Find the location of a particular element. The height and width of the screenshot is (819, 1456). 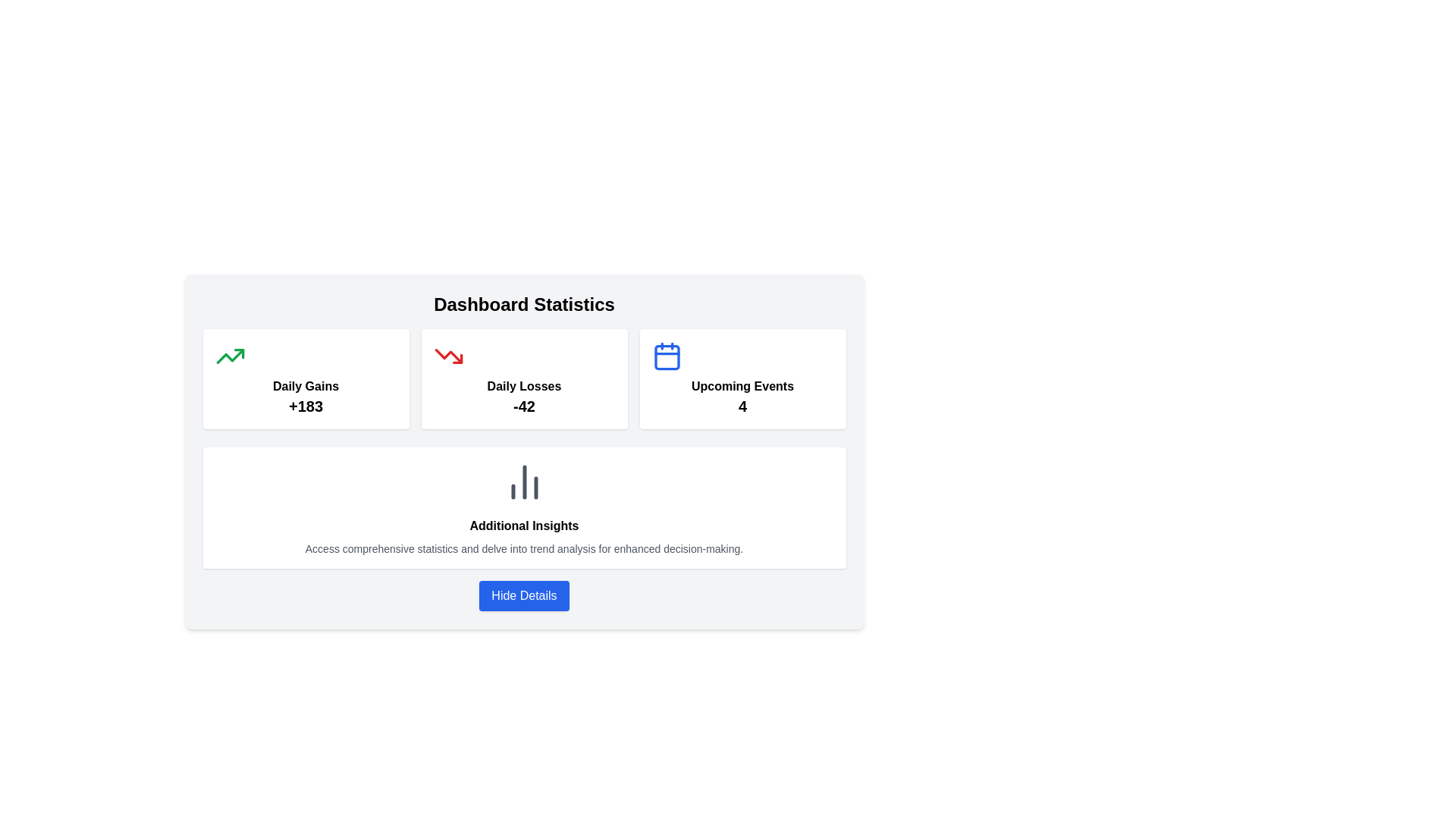

the rectangle with rounded corners and white fill inside a blue border, located centrally within the calendar icon in the 'Upcoming Events' section of the dashboard is located at coordinates (667, 357).